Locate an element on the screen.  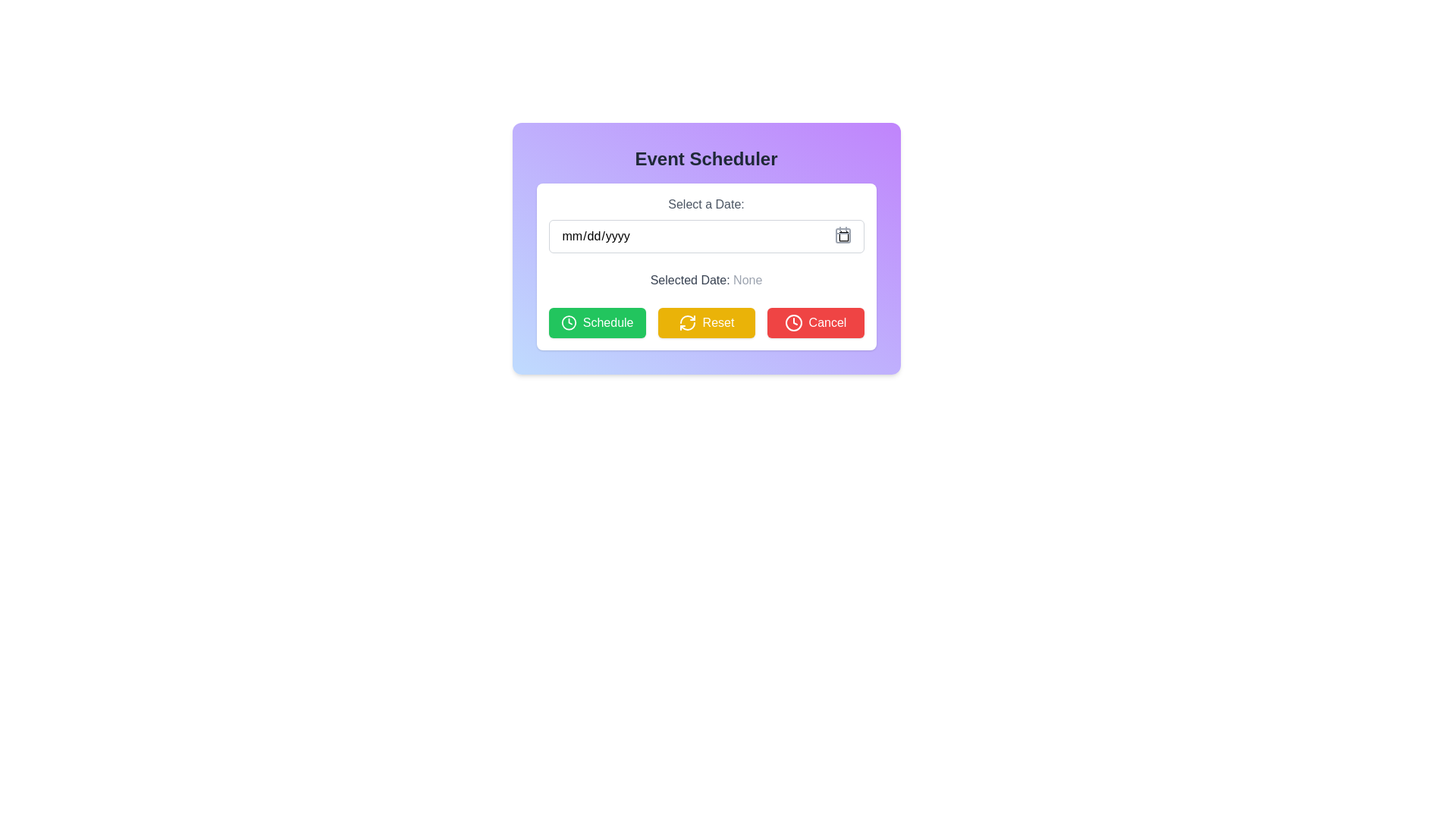
the 'Reset' button with a yellow background and white text, located in the 'Event Scheduler' card is located at coordinates (705, 322).